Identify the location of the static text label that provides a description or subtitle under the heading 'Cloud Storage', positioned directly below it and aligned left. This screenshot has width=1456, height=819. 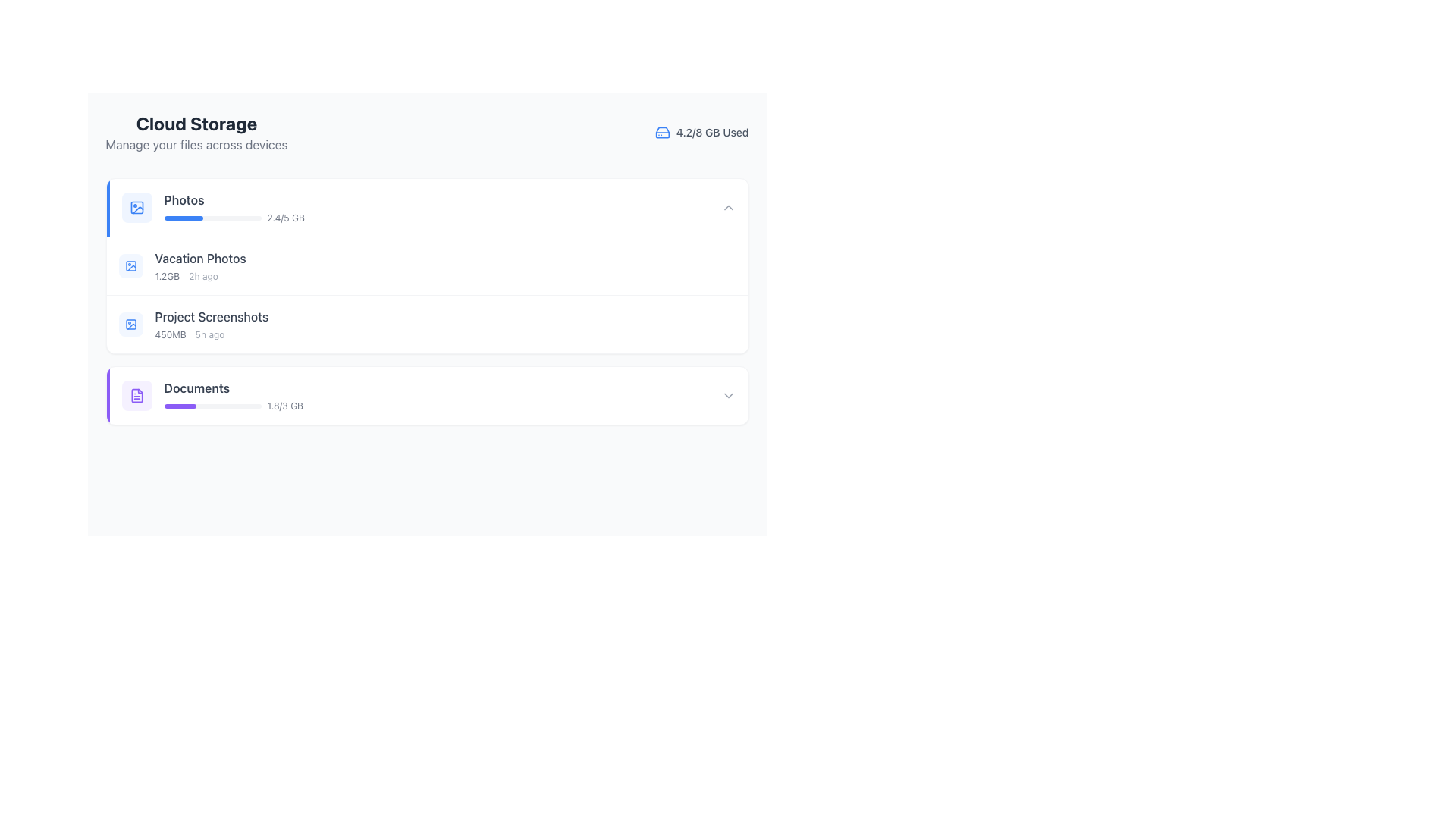
(196, 145).